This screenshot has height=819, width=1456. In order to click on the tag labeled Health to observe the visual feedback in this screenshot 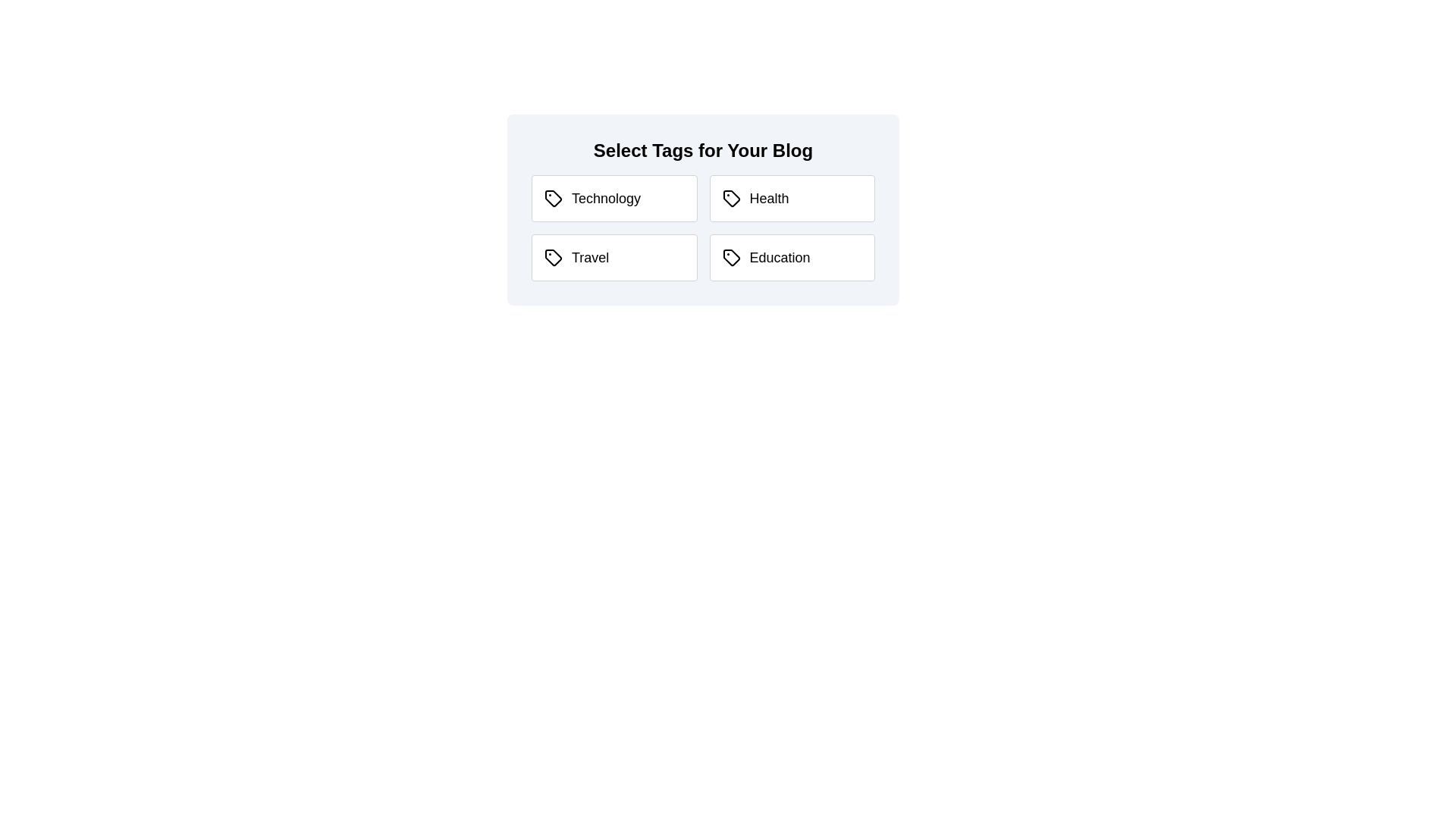, I will do `click(791, 198)`.